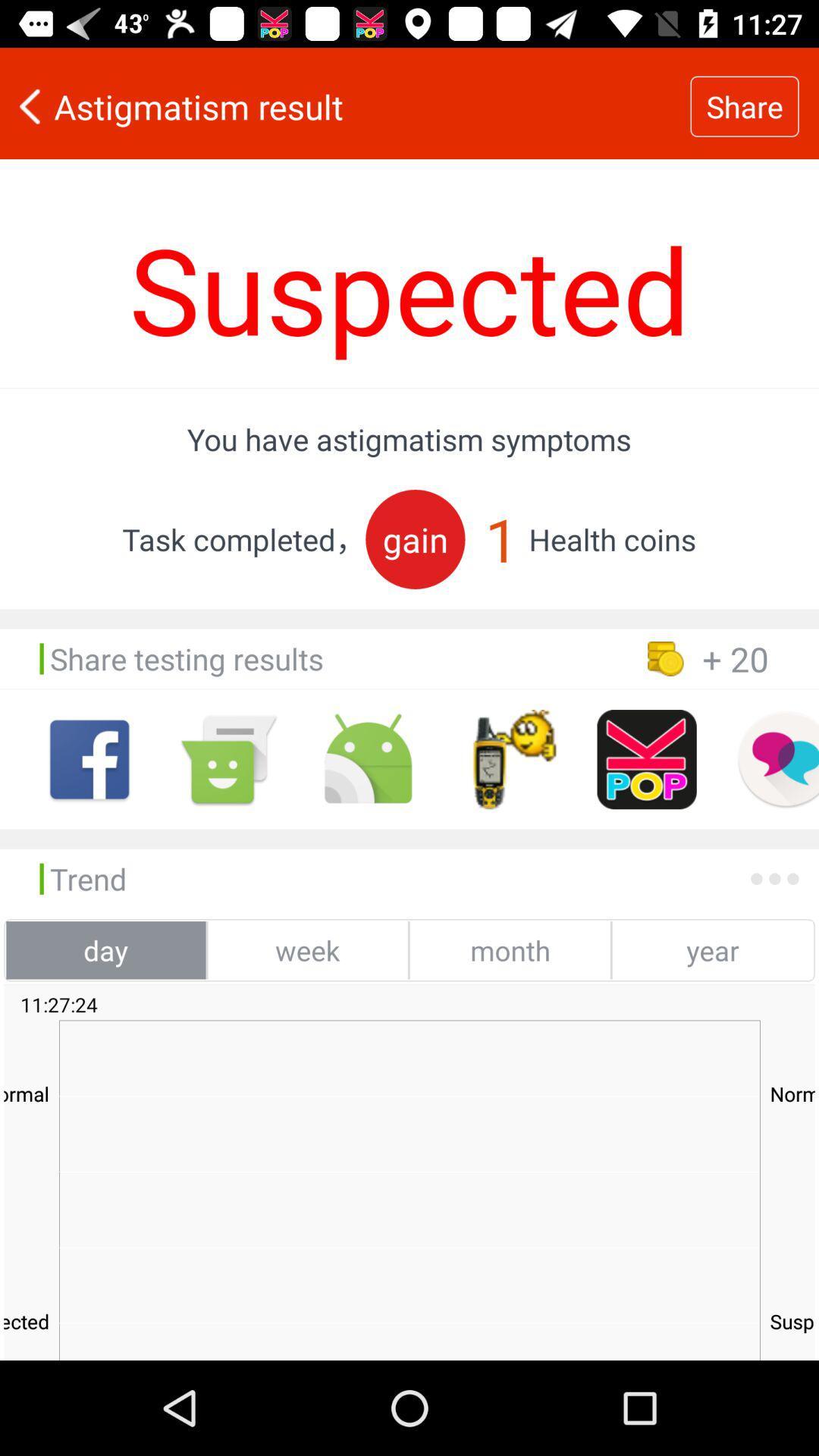 The height and width of the screenshot is (1456, 819). I want to click on the day icon, so click(105, 949).